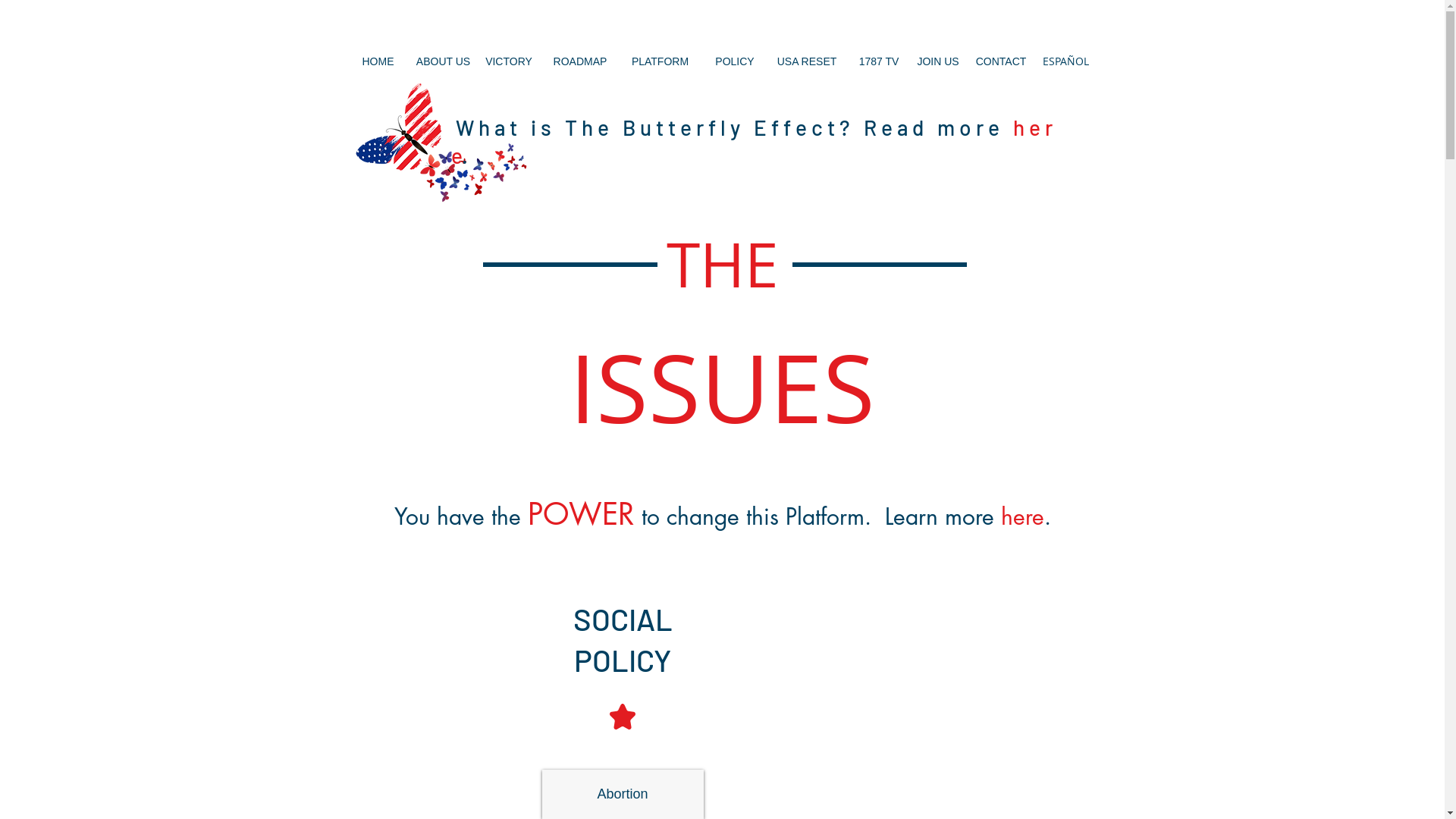  I want to click on '1787 TV', so click(879, 60).